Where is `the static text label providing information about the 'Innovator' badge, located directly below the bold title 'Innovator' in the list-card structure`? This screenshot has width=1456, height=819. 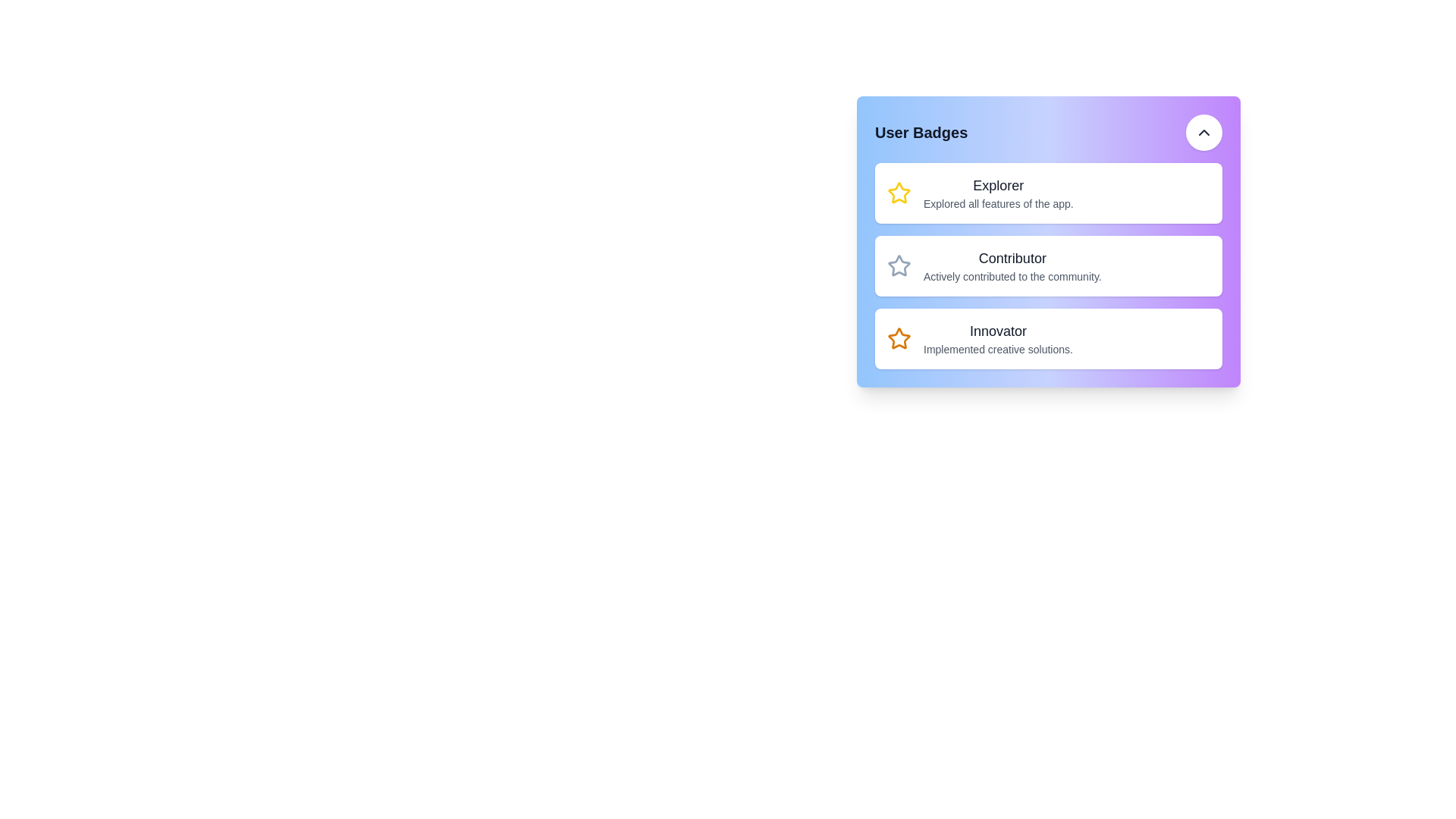 the static text label providing information about the 'Innovator' badge, located directly below the bold title 'Innovator' in the list-card structure is located at coordinates (998, 350).